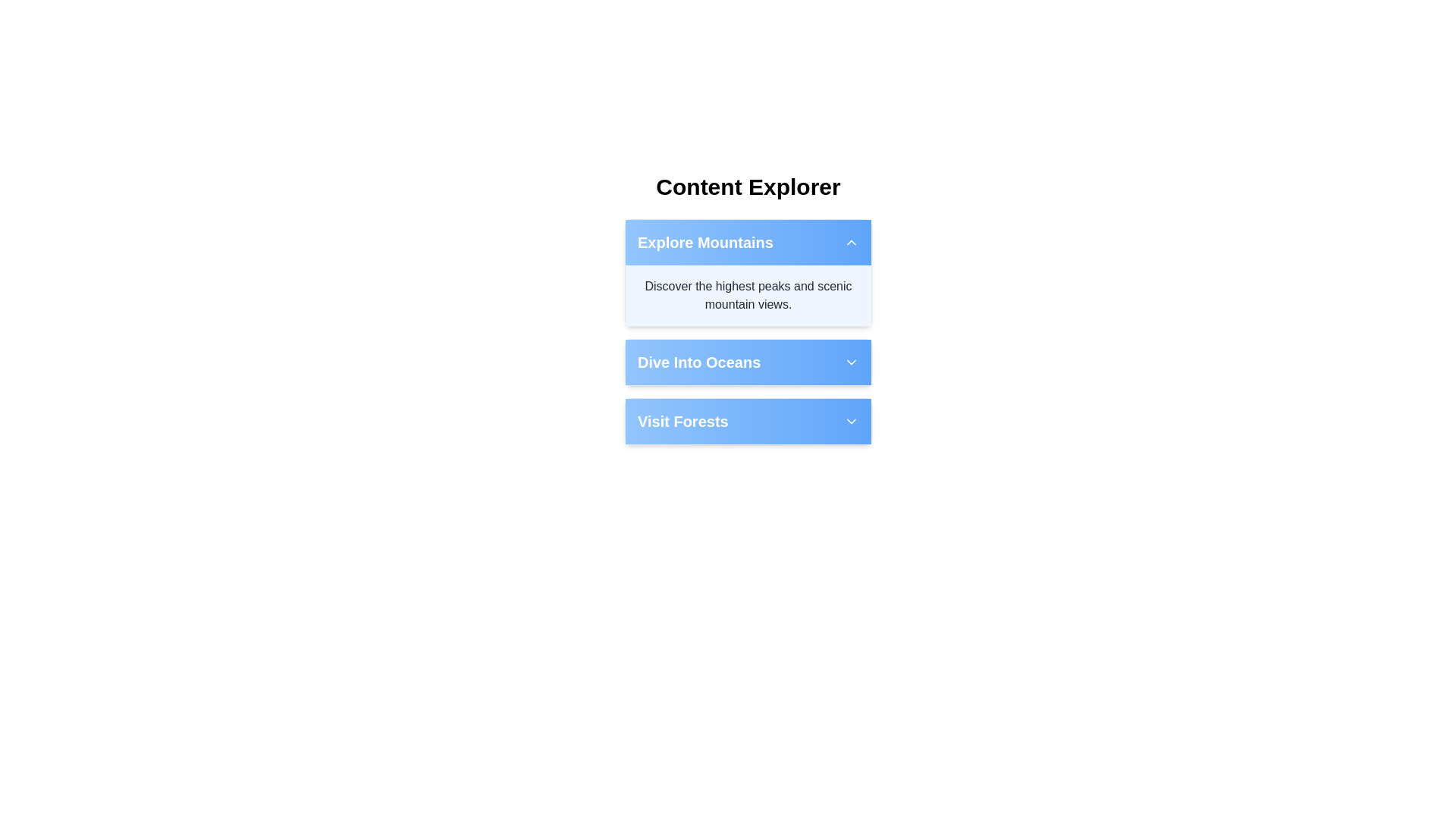 Image resolution: width=1456 pixels, height=819 pixels. Describe the element at coordinates (748, 295) in the screenshot. I see `the informational text block that describes the 'Explore Mountains' section, which is centrally located within a blue section` at that location.